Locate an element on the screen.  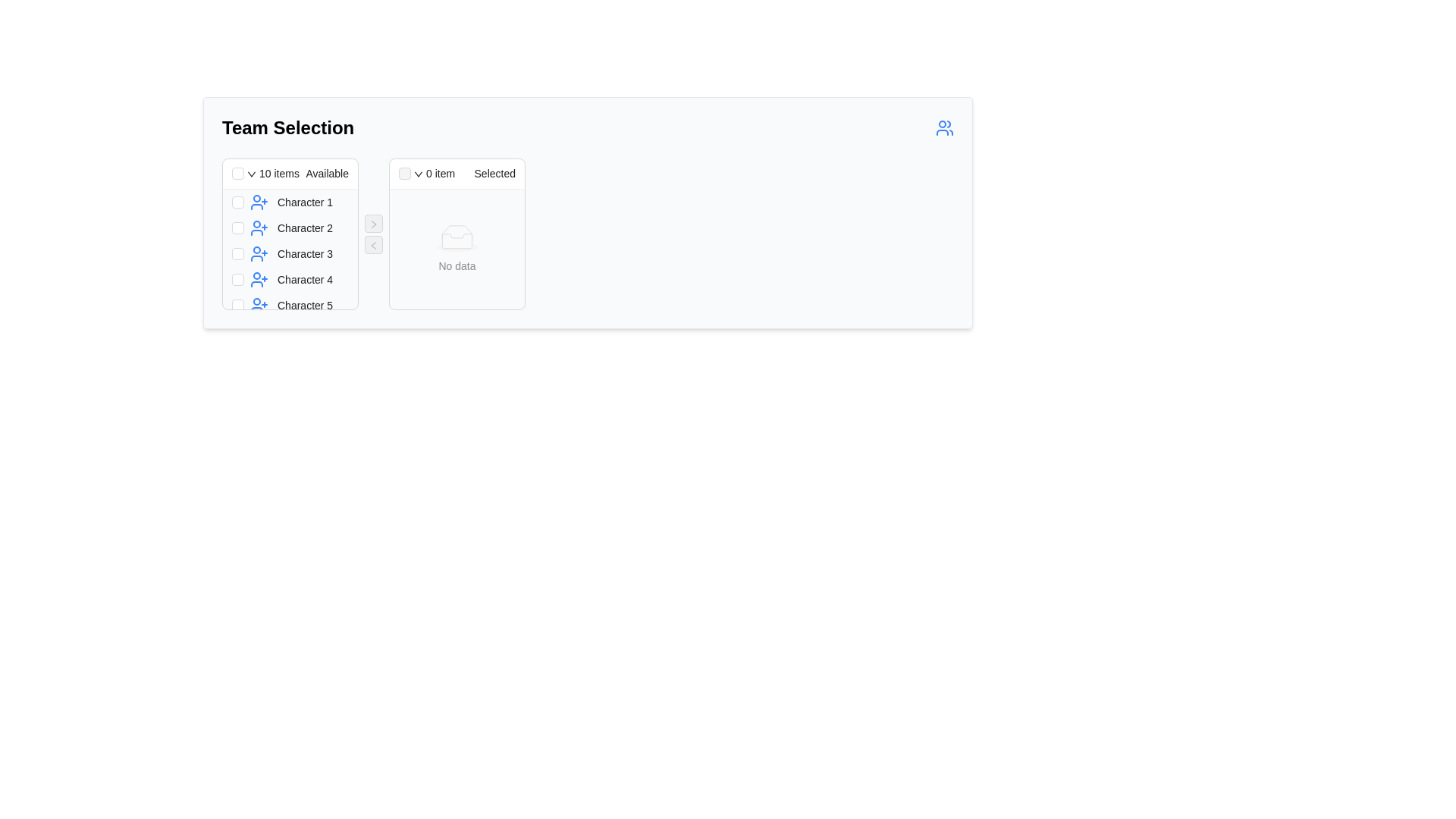
the checkbox element associated with 'Character 4' in the 'Team Selection' section is located at coordinates (237, 280).